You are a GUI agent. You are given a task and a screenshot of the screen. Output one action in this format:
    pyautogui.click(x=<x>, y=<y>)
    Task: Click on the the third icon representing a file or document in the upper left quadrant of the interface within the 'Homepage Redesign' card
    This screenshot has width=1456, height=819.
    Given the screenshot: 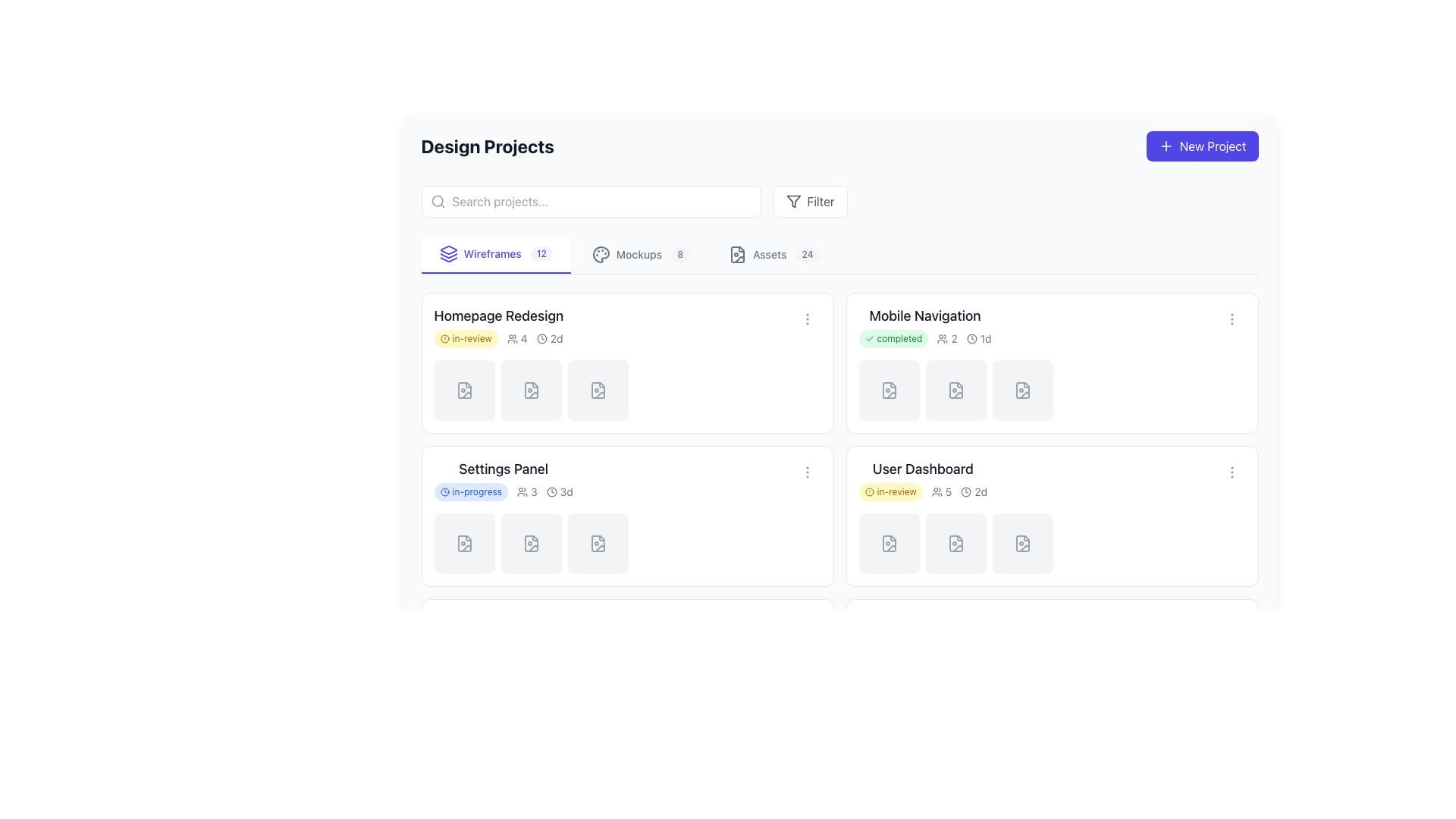 What is the action you would take?
    pyautogui.click(x=597, y=390)
    